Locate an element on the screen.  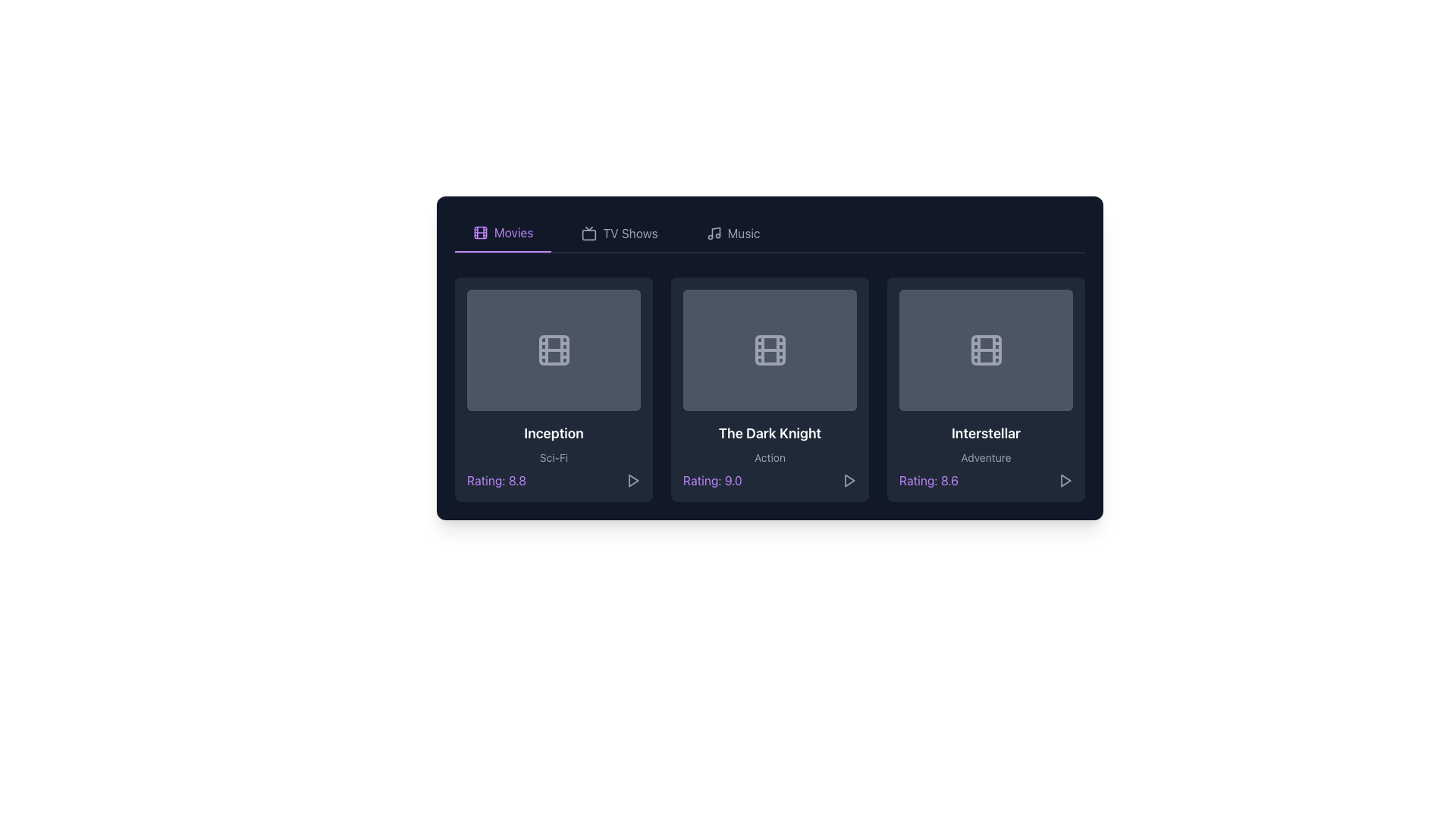
the third tab of the interactive navigation bar, which is labeled 'Music' is located at coordinates (733, 234).